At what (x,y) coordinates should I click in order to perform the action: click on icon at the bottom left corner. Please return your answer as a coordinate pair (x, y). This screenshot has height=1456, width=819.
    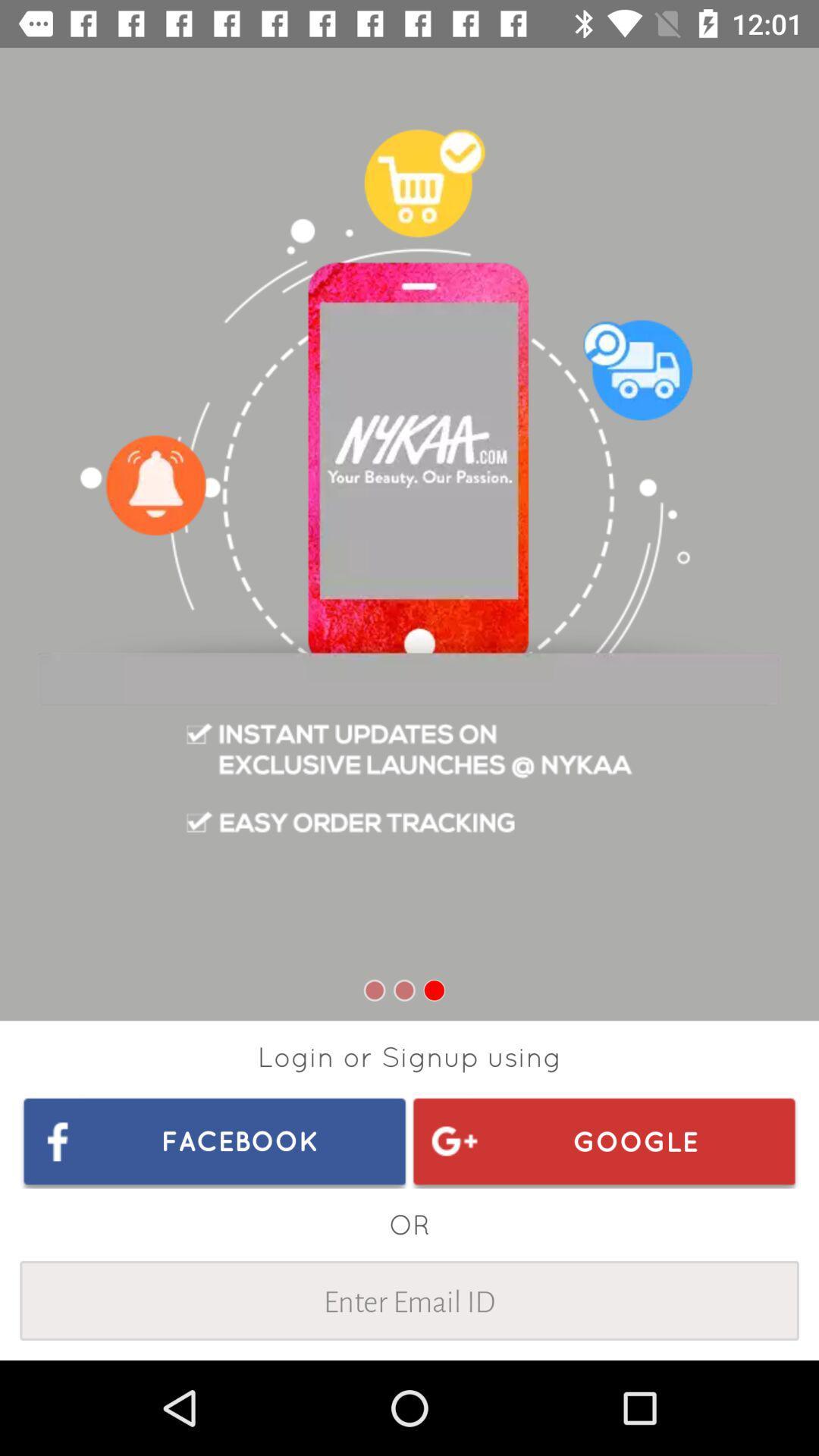
    Looking at the image, I should click on (215, 1141).